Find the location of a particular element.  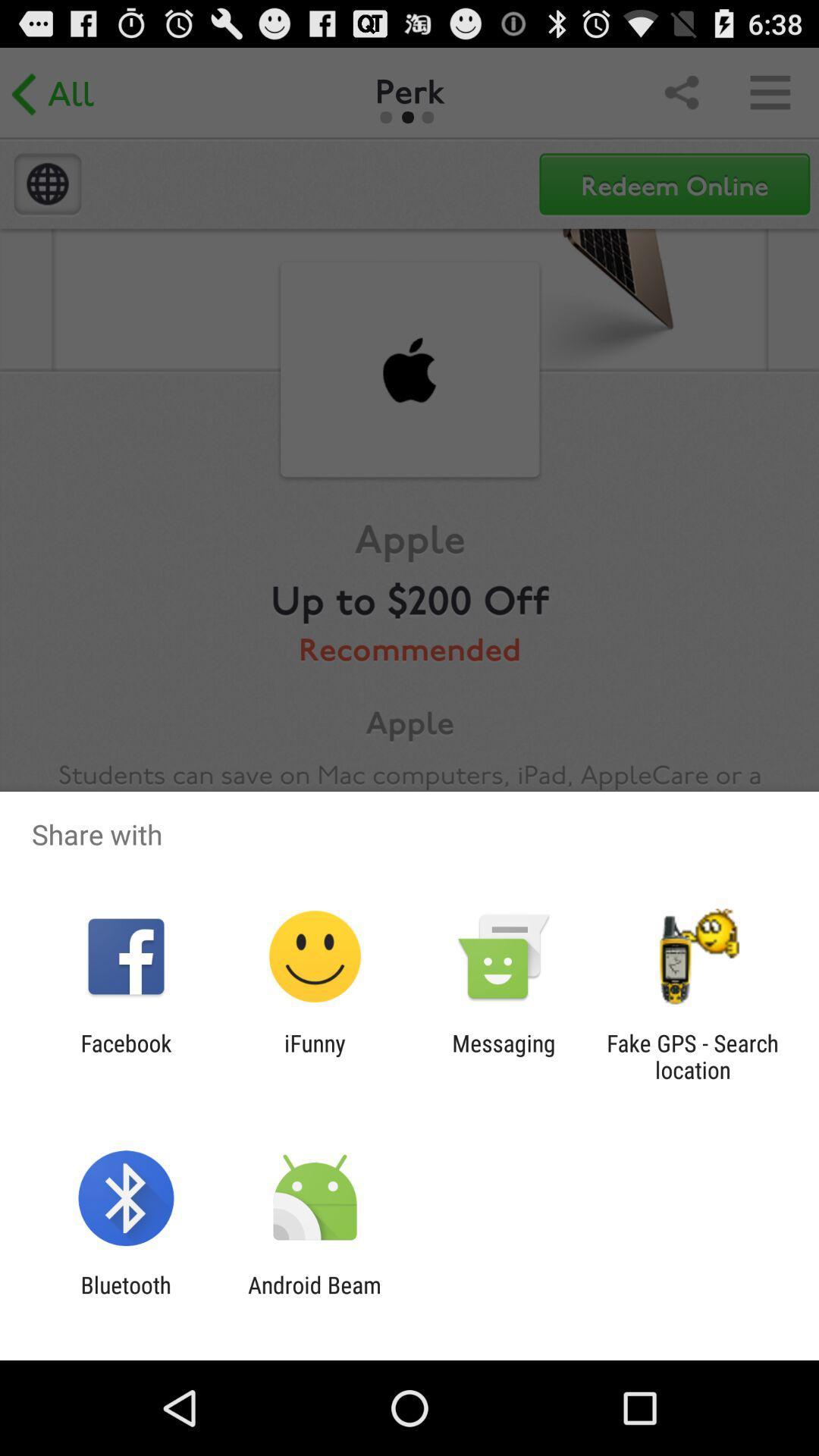

the messaging is located at coordinates (504, 1056).